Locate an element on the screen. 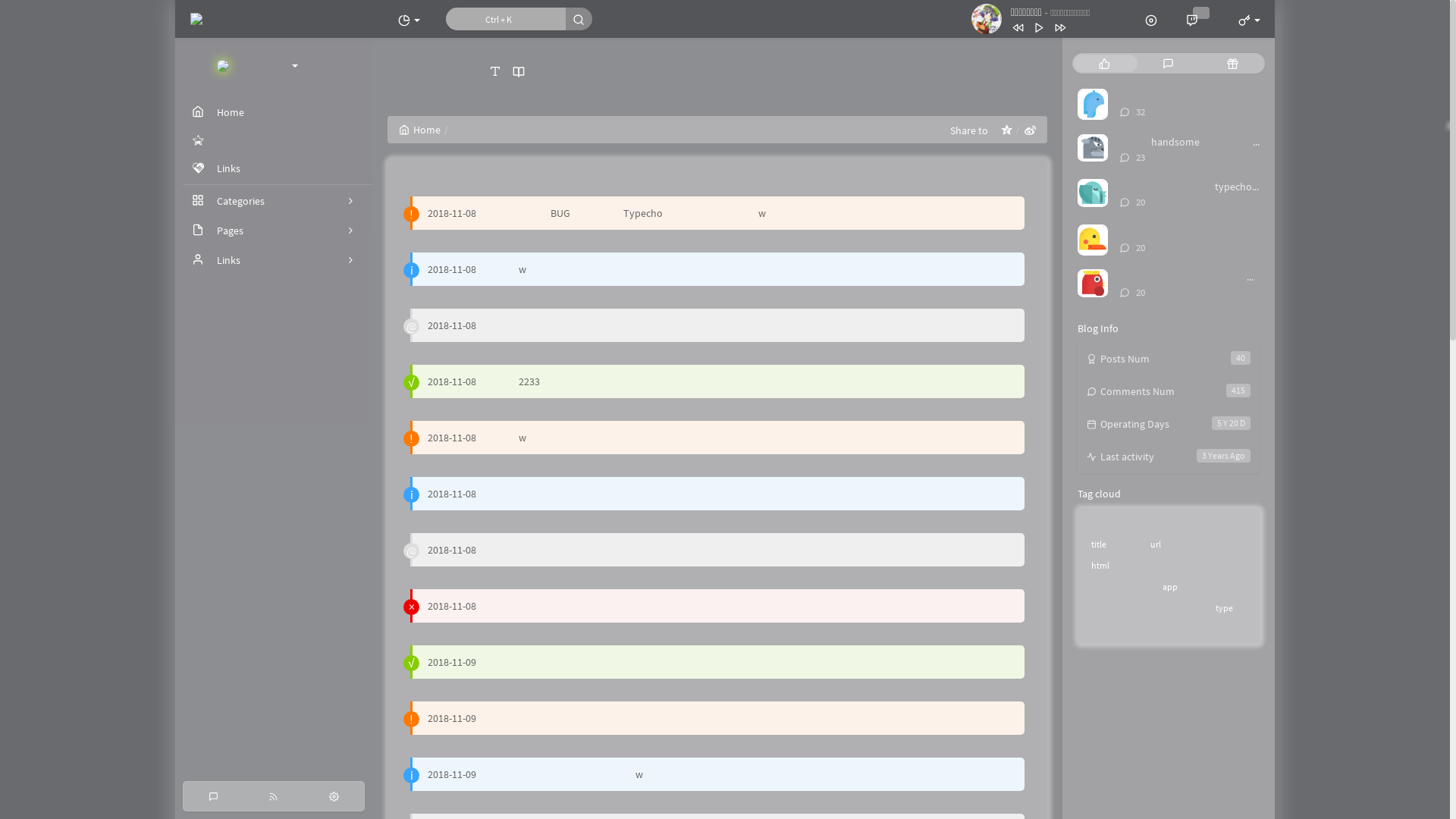 The height and width of the screenshot is (819, 1456). 'type' is located at coordinates (1224, 607).